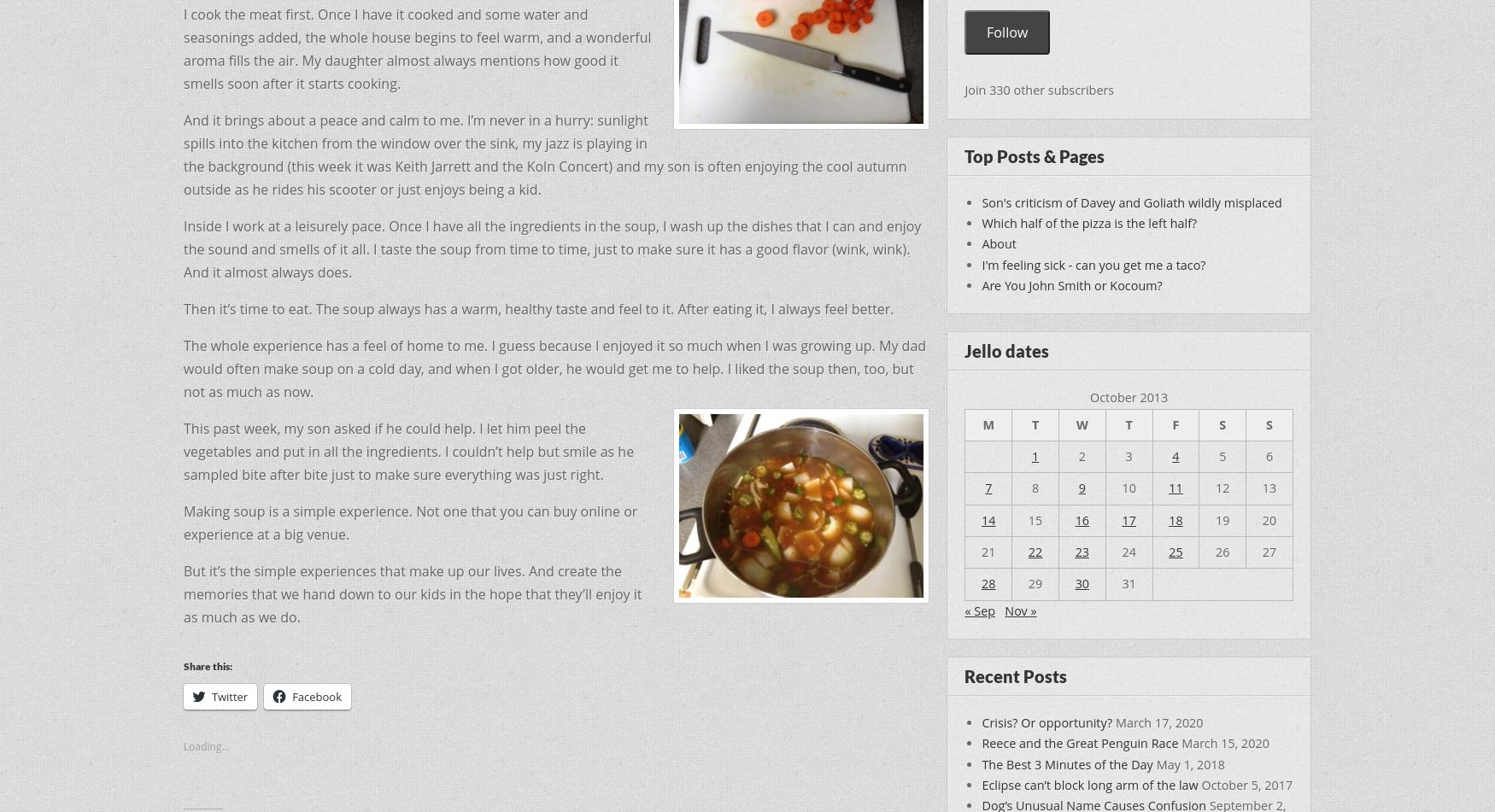 Image resolution: width=1495 pixels, height=812 pixels. What do you see at coordinates (1080, 423) in the screenshot?
I see `'W'` at bounding box center [1080, 423].